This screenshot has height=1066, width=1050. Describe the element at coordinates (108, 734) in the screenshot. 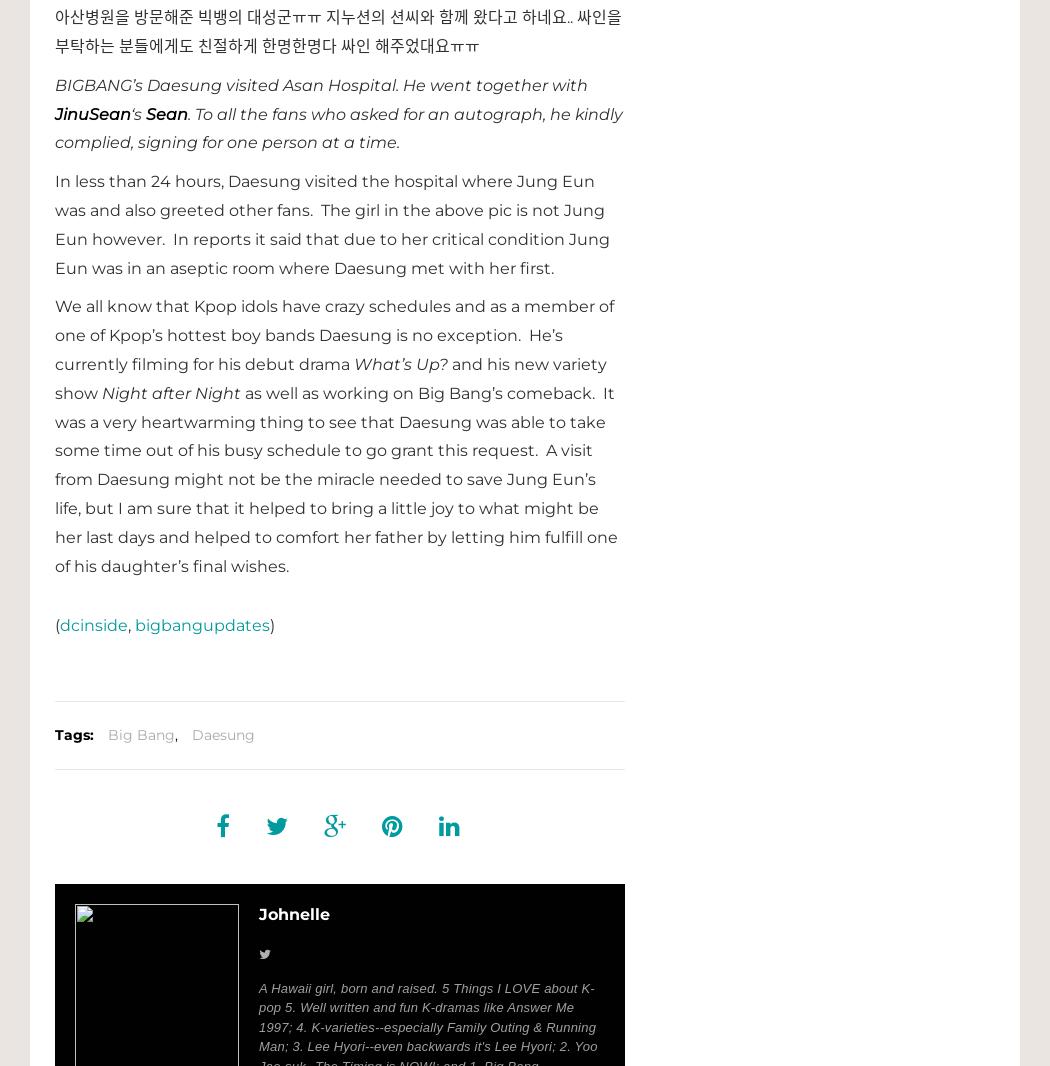

I see `'Big Bang'` at that location.